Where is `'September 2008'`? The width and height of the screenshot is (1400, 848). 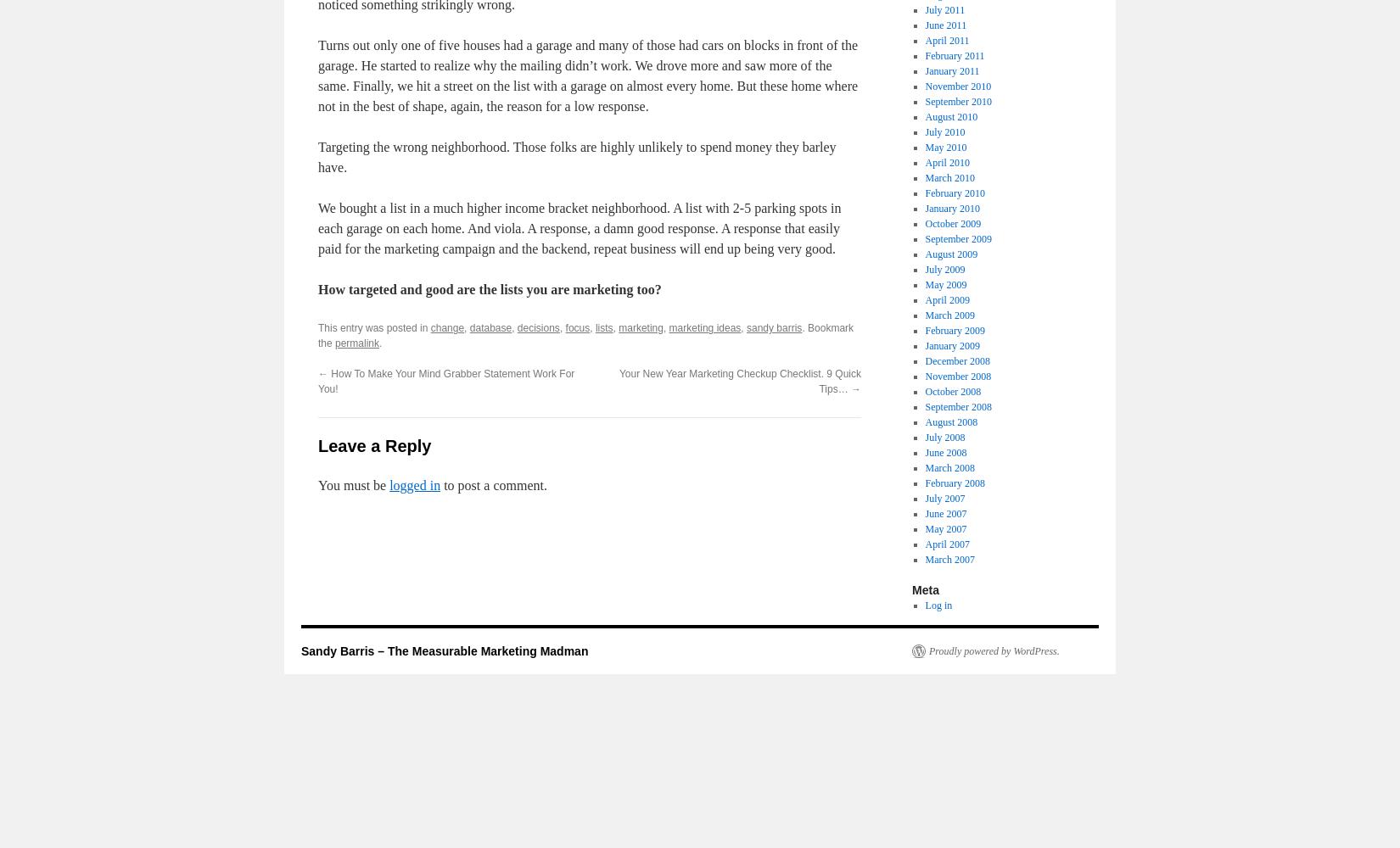
'September 2008' is located at coordinates (957, 406).